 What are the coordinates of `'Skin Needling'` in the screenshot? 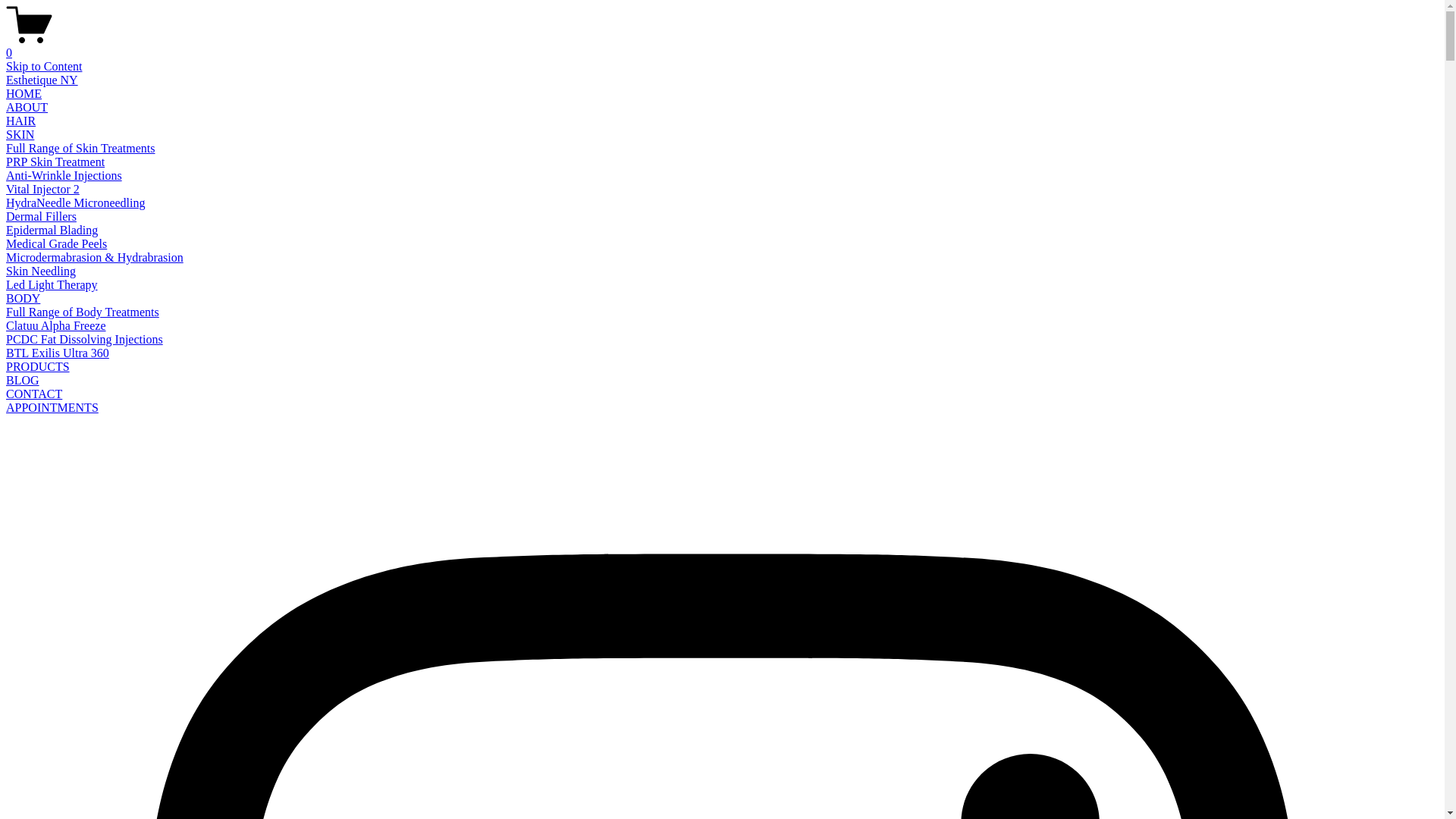 It's located at (40, 270).